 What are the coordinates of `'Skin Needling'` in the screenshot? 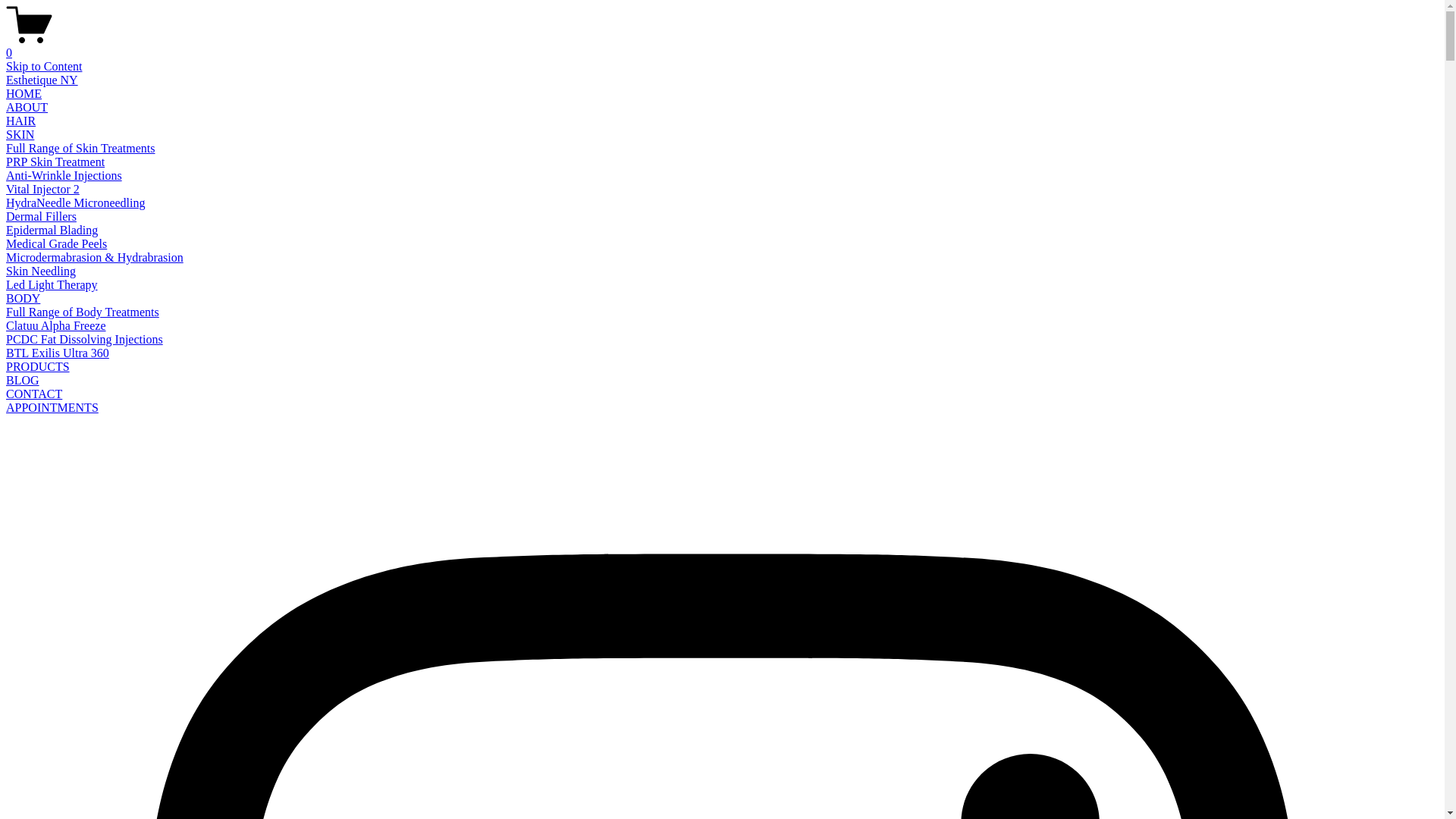 It's located at (40, 270).